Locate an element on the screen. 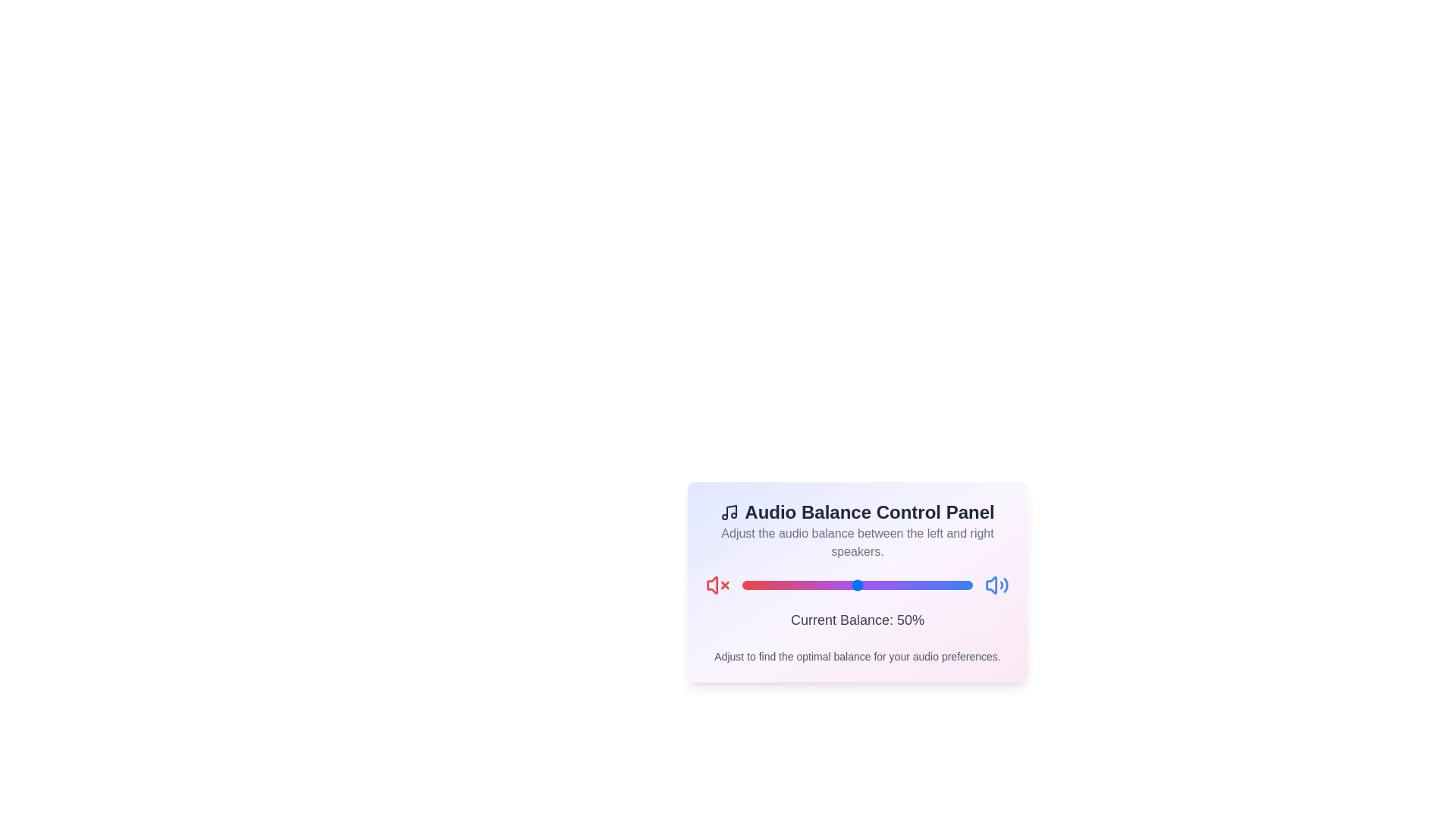 This screenshot has width=1456, height=819. the balance slider to 98% is located at coordinates (967, 584).